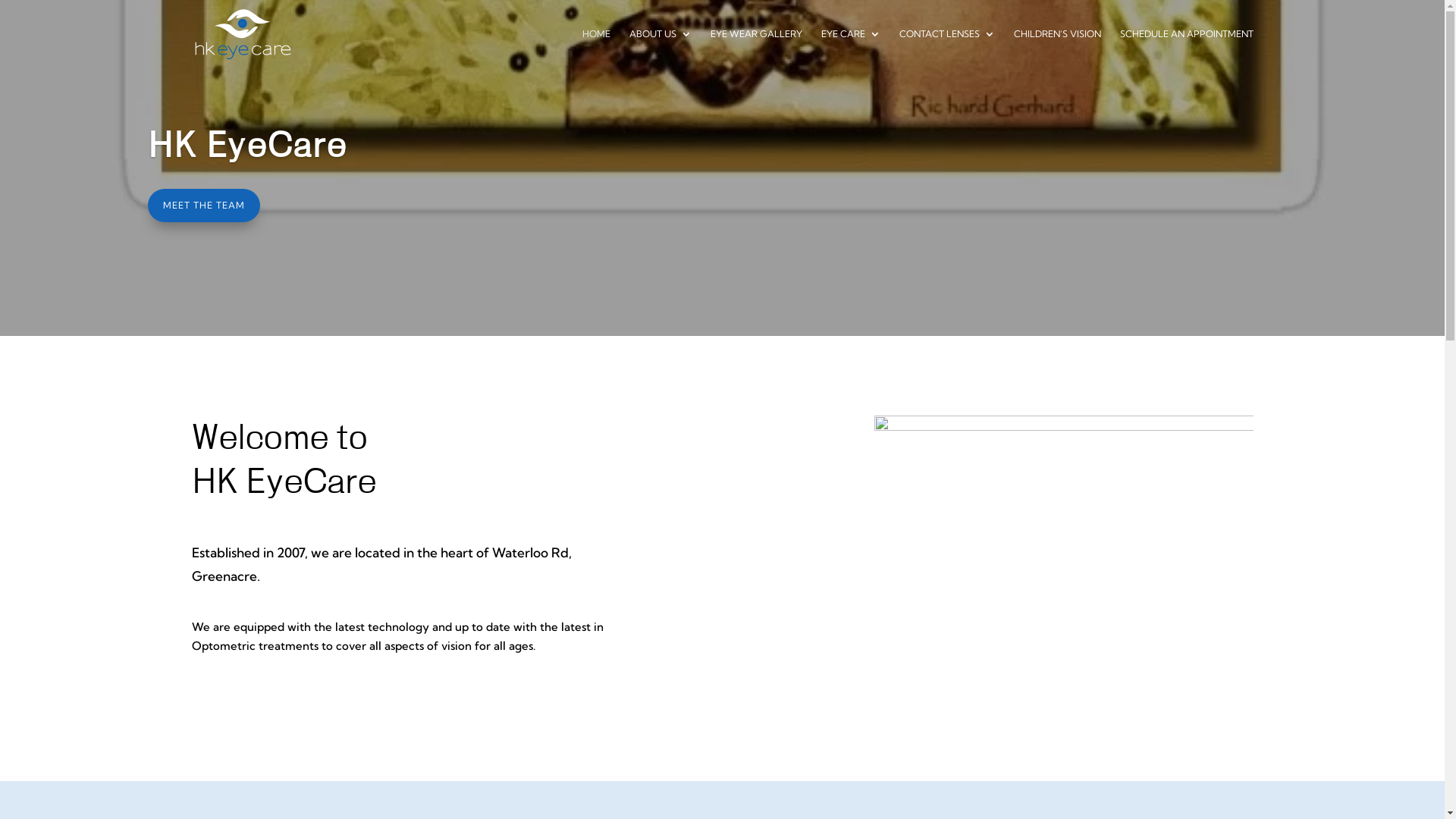  I want to click on 'SCHEDULE AN APPOINTMENT', so click(1185, 48).